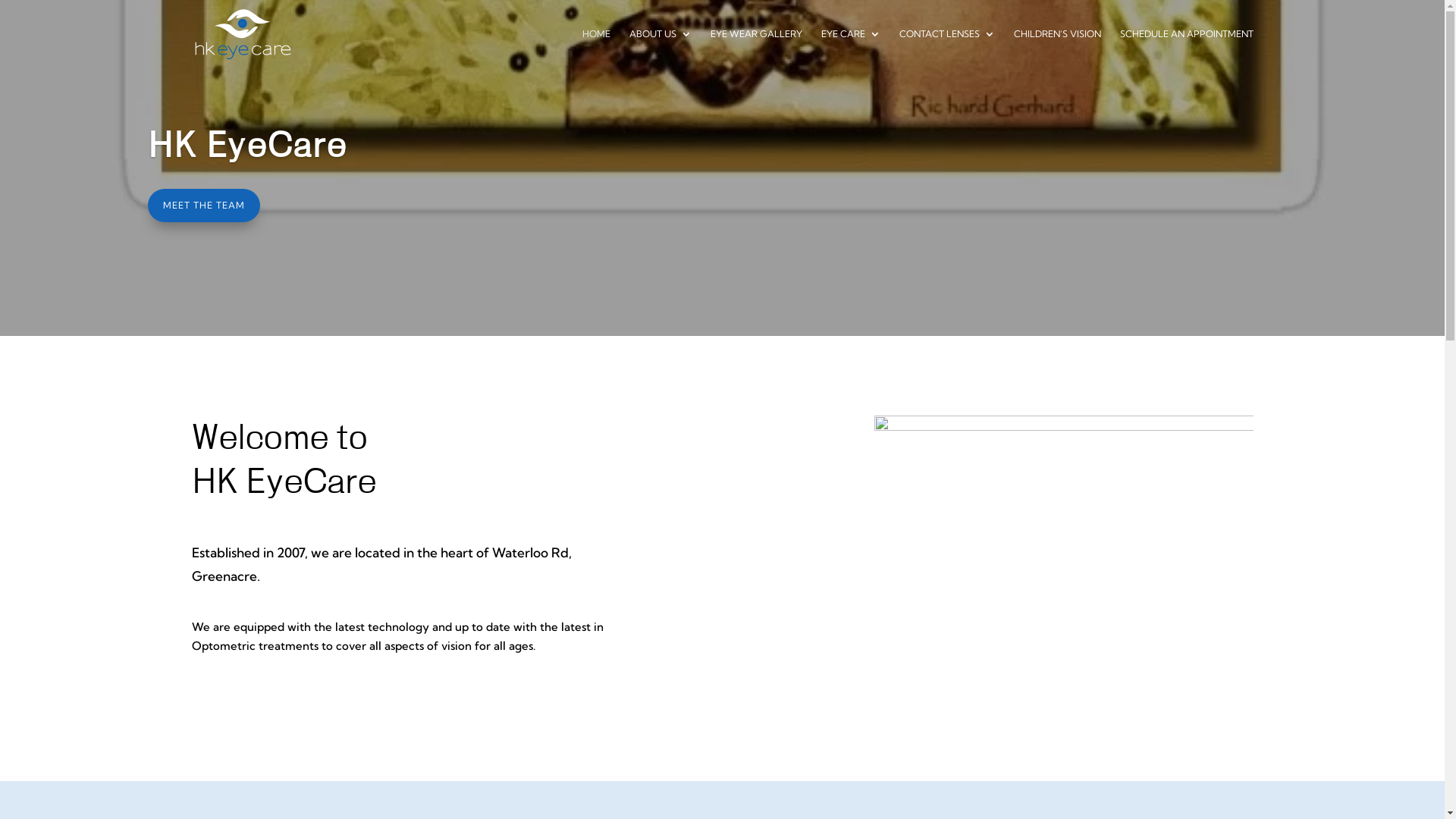  I want to click on 'SCHEDULE AN APPOINTMENT', so click(1185, 48).